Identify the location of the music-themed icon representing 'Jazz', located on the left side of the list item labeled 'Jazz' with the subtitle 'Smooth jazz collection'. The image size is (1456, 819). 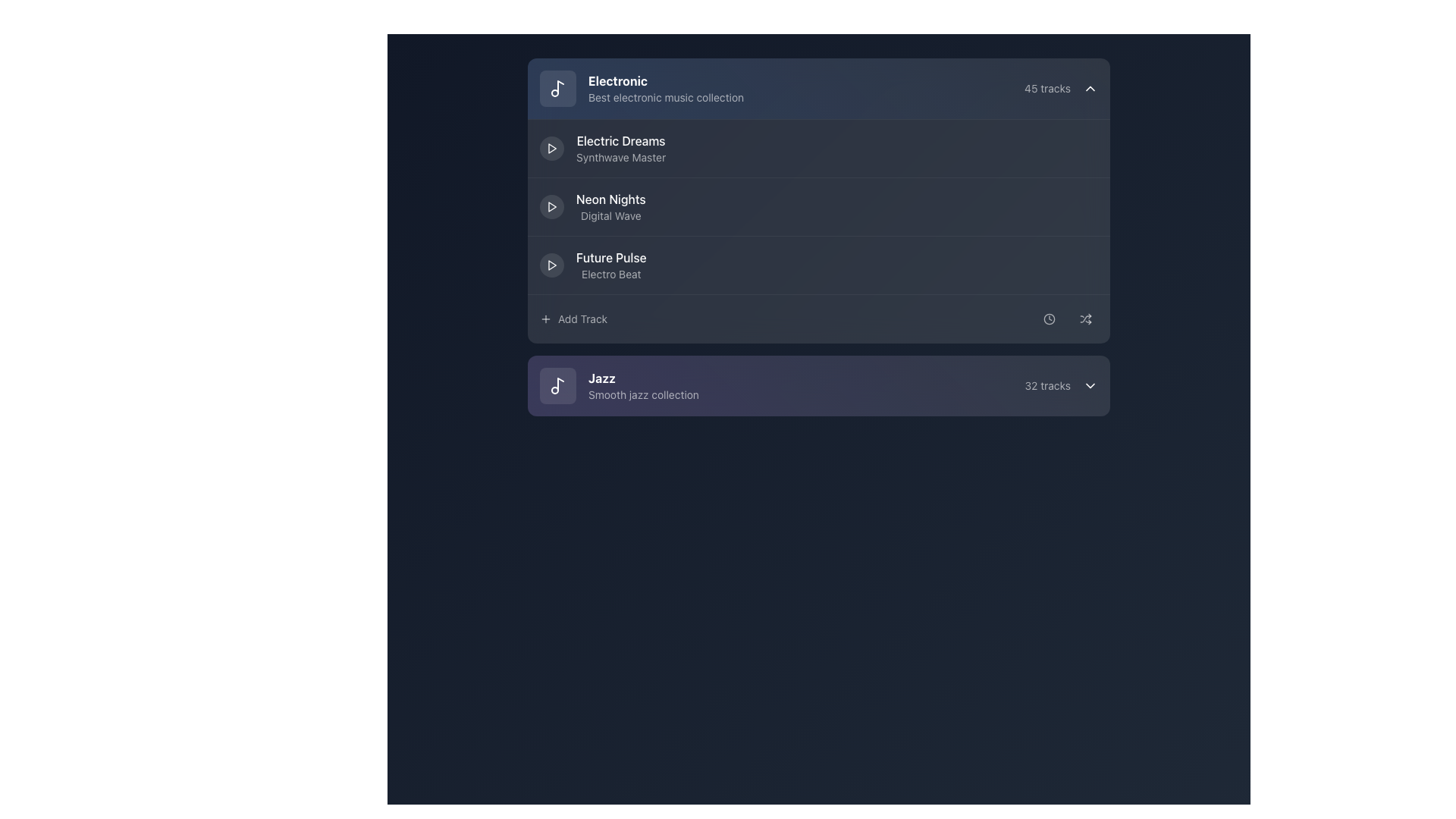
(557, 385).